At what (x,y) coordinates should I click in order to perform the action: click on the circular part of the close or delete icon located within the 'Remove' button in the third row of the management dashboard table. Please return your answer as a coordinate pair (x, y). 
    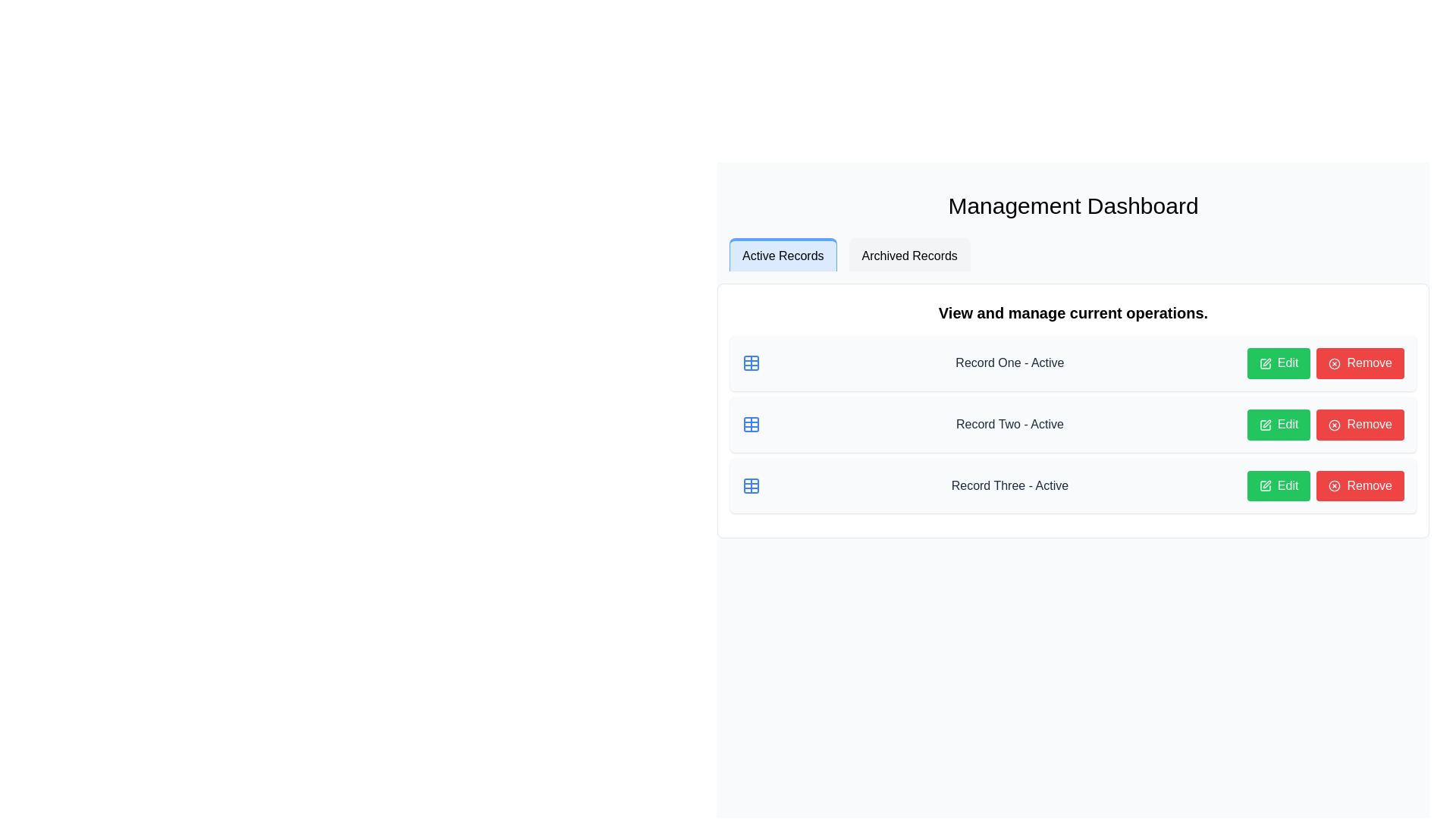
    Looking at the image, I should click on (1335, 363).